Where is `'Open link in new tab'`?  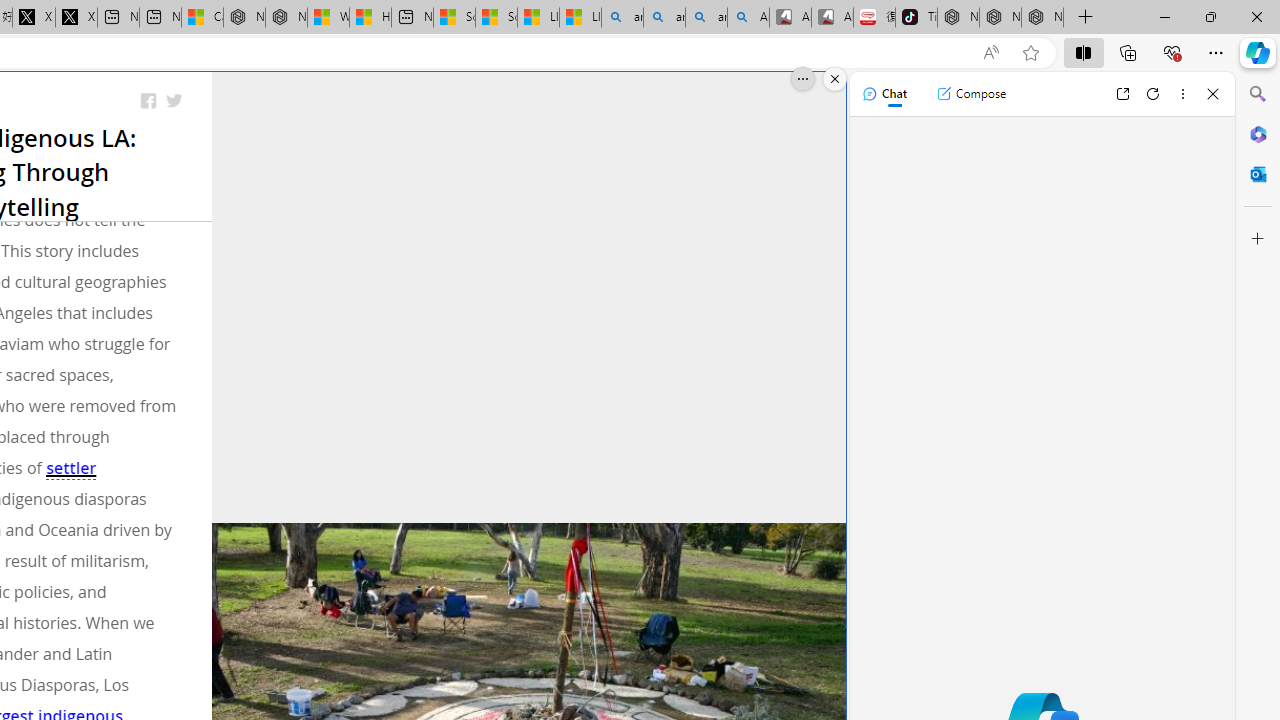
'Open link in new tab' is located at coordinates (1122, 93).